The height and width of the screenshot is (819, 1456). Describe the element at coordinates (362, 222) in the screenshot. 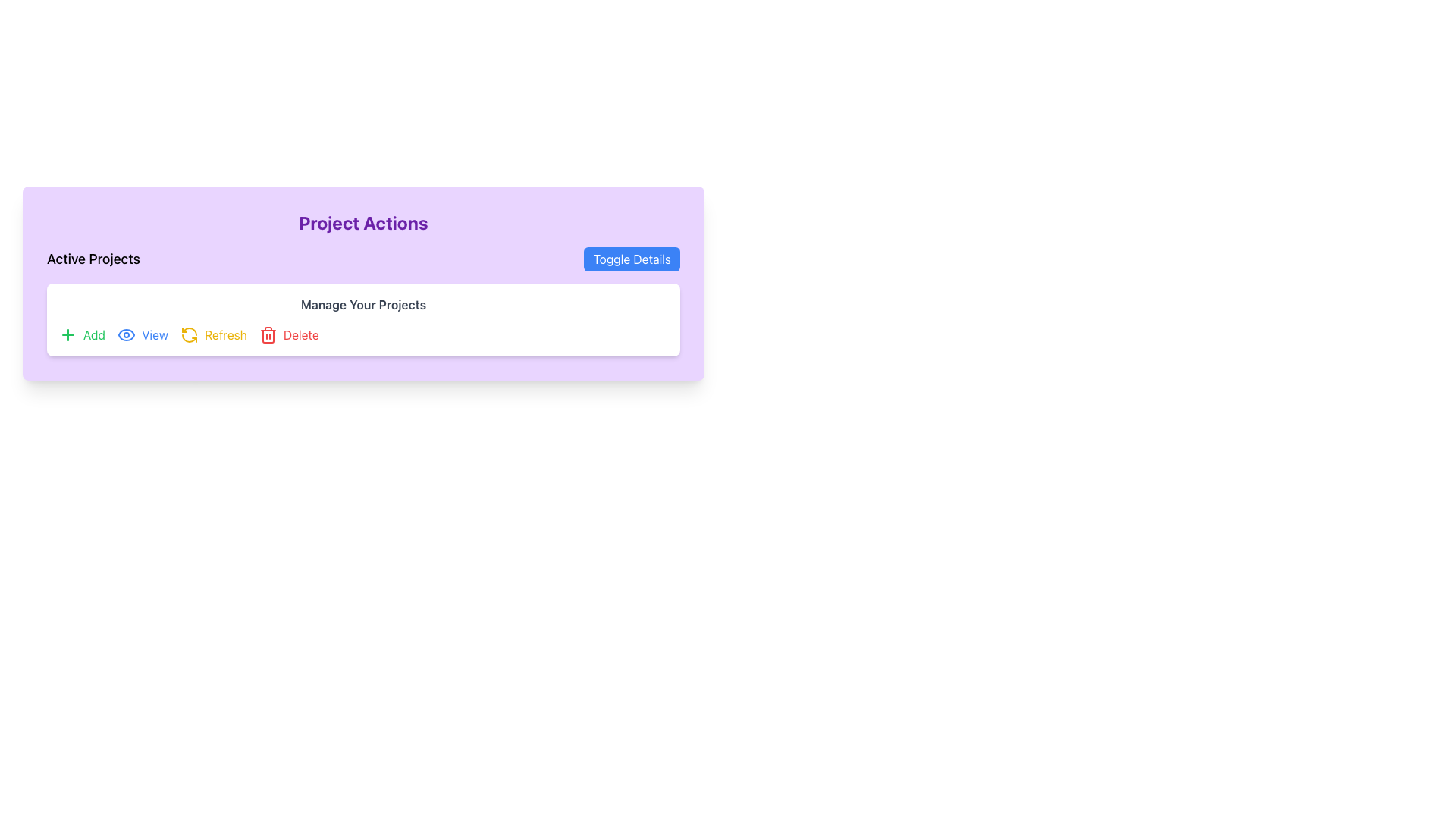

I see `the 'Project Actions' text label, which is styled in bold and large purple font on a light purple background, located at the top of the section` at that location.